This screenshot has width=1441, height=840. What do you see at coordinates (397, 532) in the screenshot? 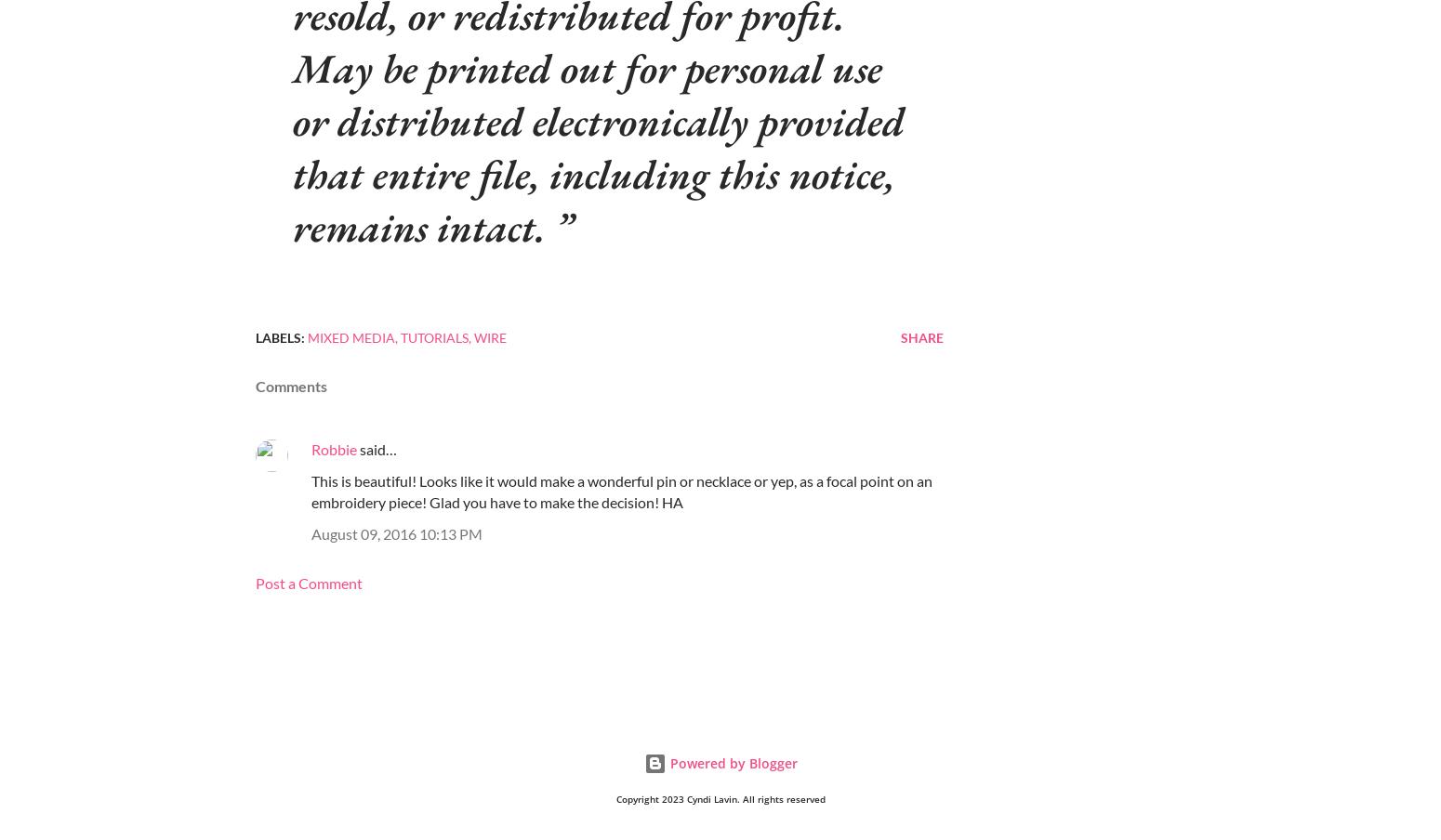
I see `'August 09, 2016 10:13 PM'` at bounding box center [397, 532].